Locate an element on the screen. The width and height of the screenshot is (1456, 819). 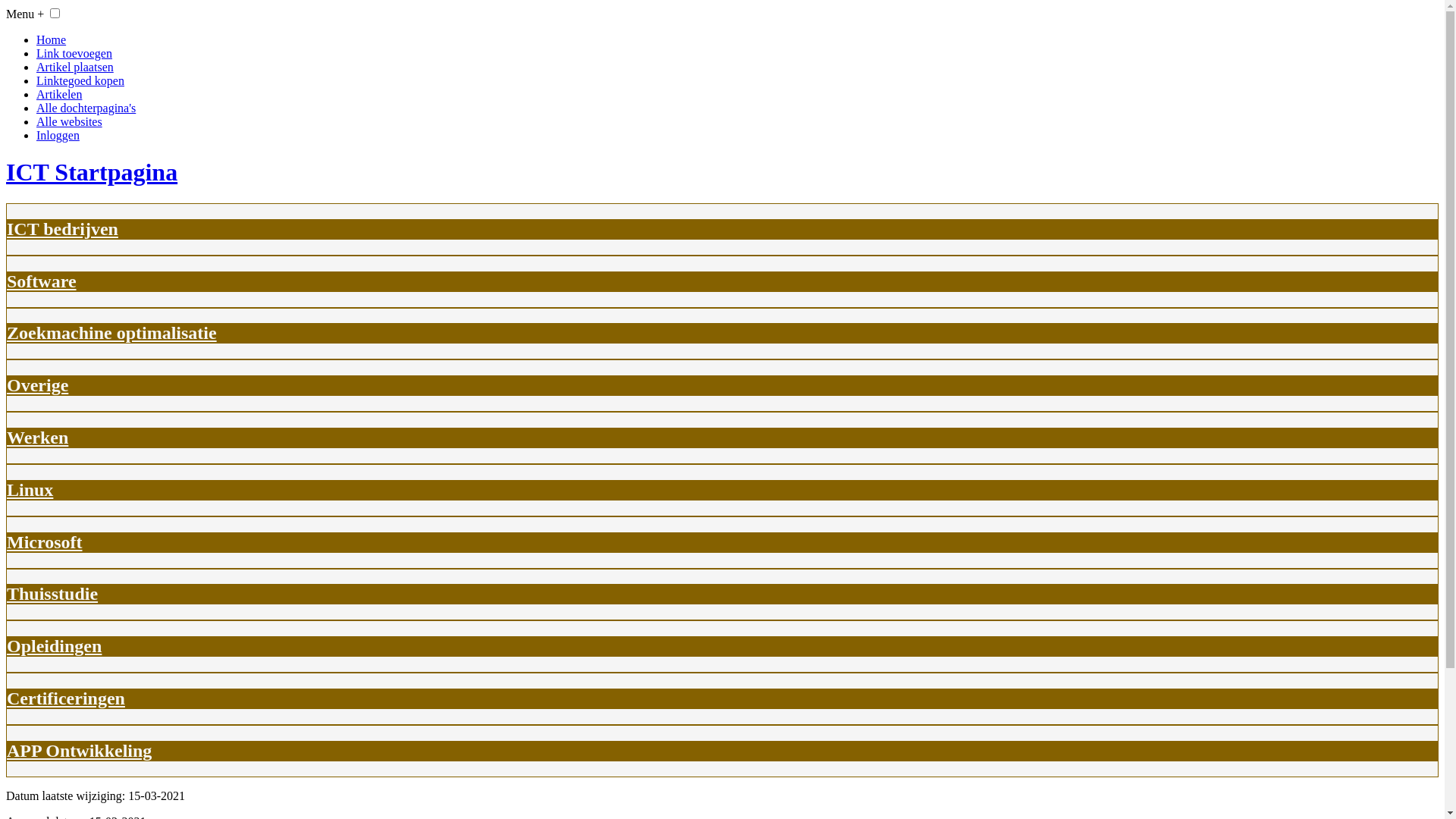
'Inloggen' is located at coordinates (58, 134).